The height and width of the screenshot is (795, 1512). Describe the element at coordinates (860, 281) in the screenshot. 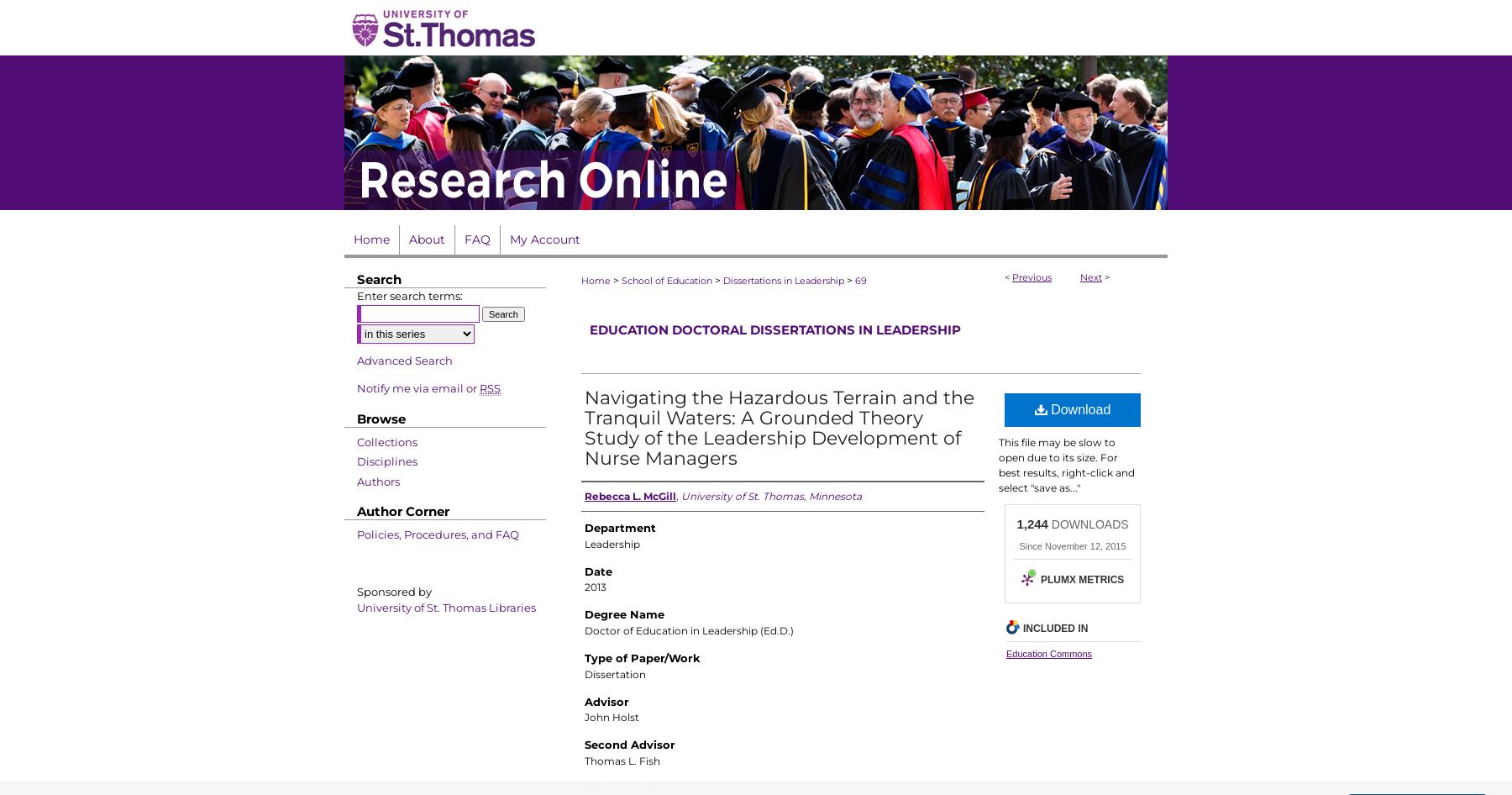

I see `'69'` at that location.